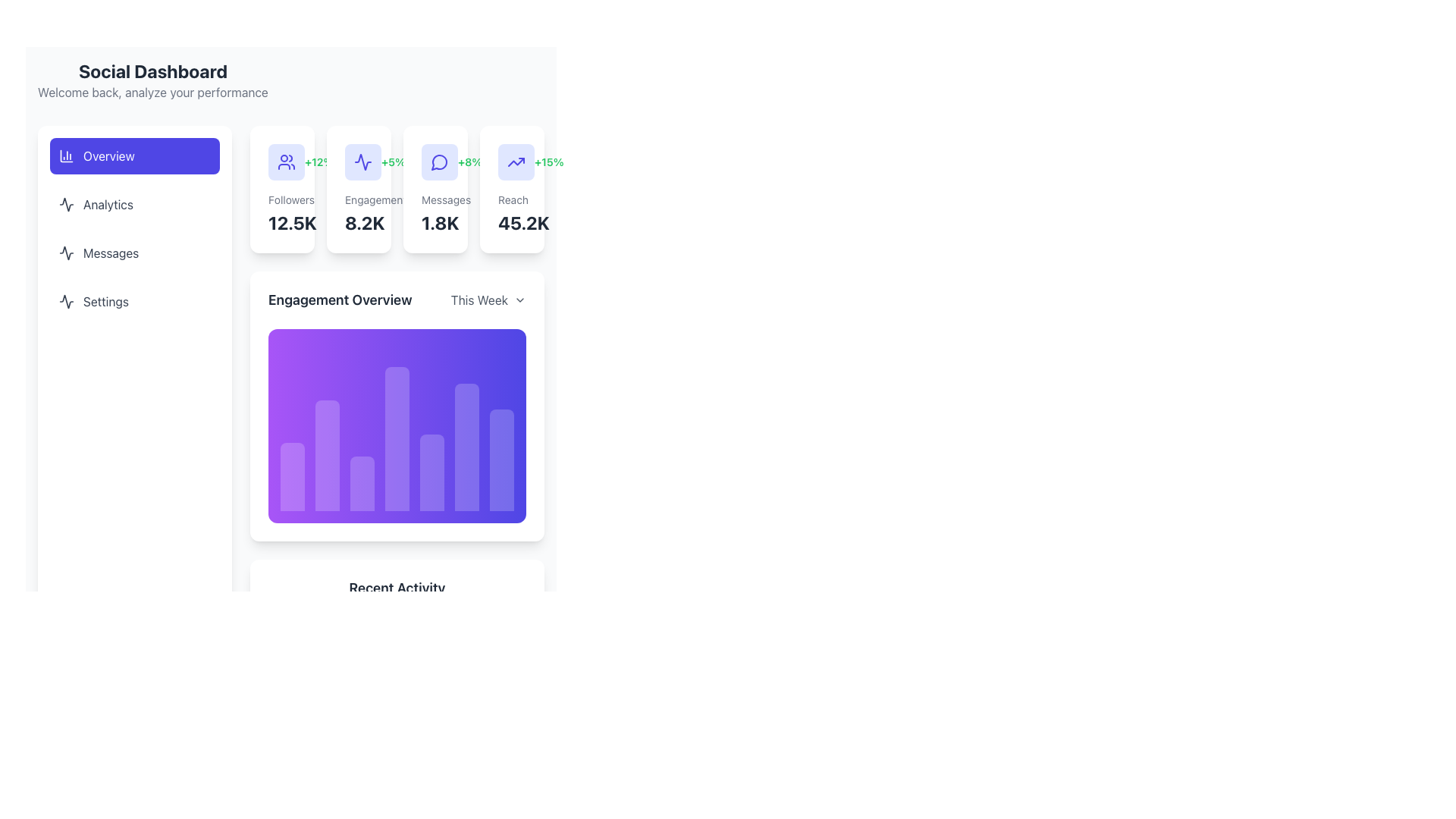  I want to click on the fourth vertical bar of the bar chart, which has a rounded top and a white gradient, located at the center of the chart, so click(397, 438).